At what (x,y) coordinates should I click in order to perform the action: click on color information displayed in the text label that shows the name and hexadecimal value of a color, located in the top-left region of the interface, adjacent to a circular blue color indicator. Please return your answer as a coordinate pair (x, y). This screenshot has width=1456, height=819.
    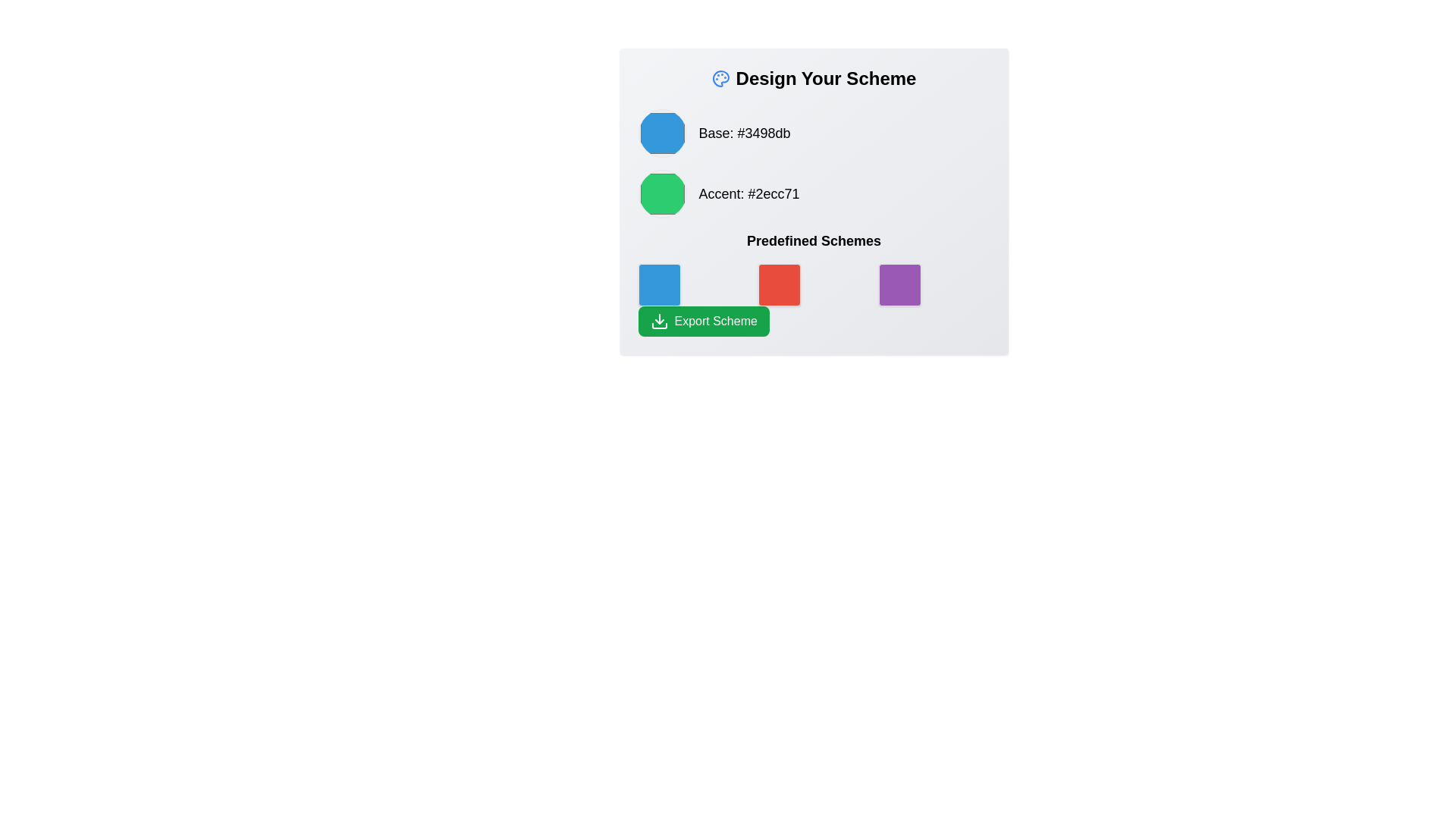
    Looking at the image, I should click on (745, 133).